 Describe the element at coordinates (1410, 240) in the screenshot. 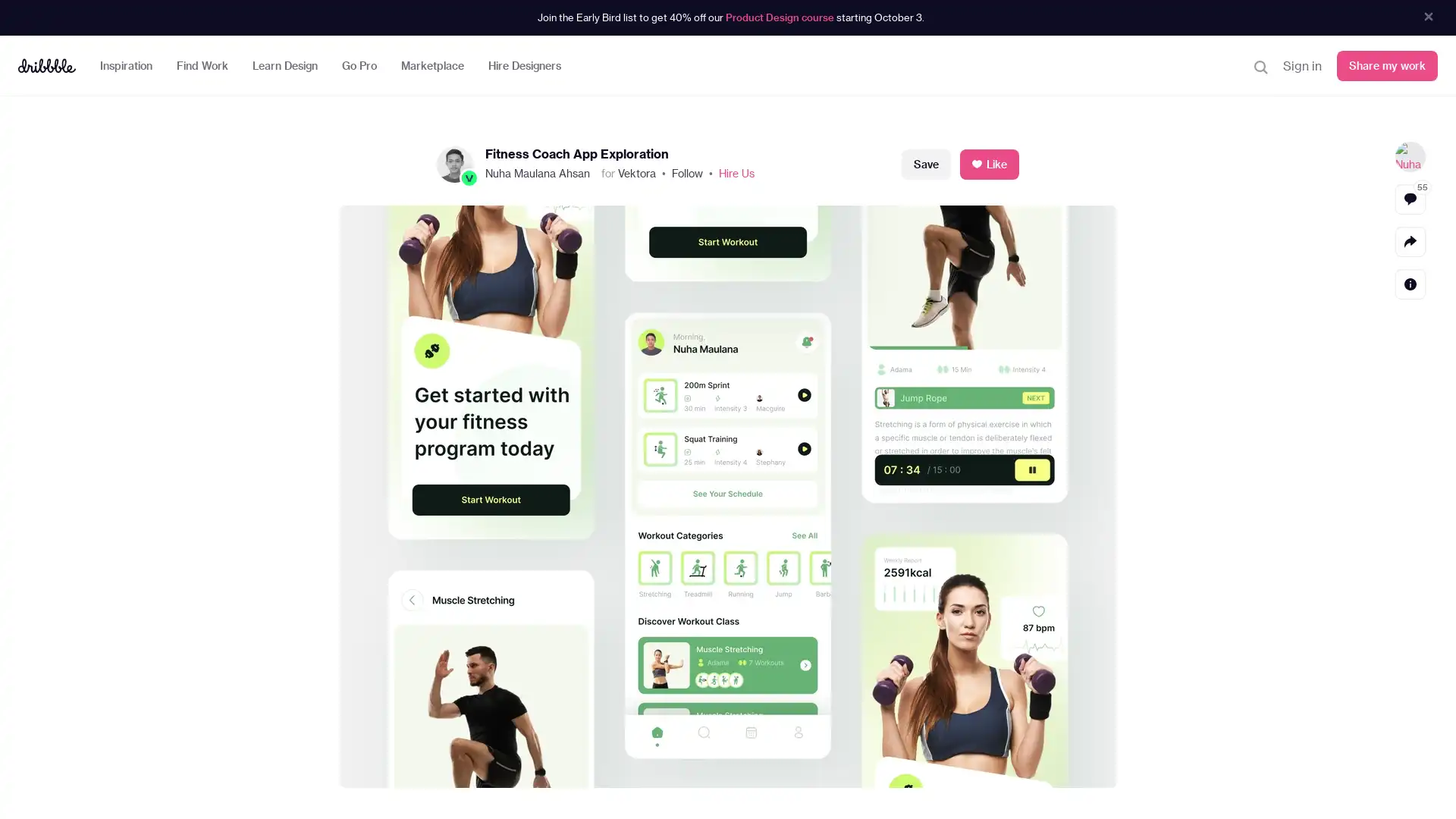

I see `Share actions` at that location.